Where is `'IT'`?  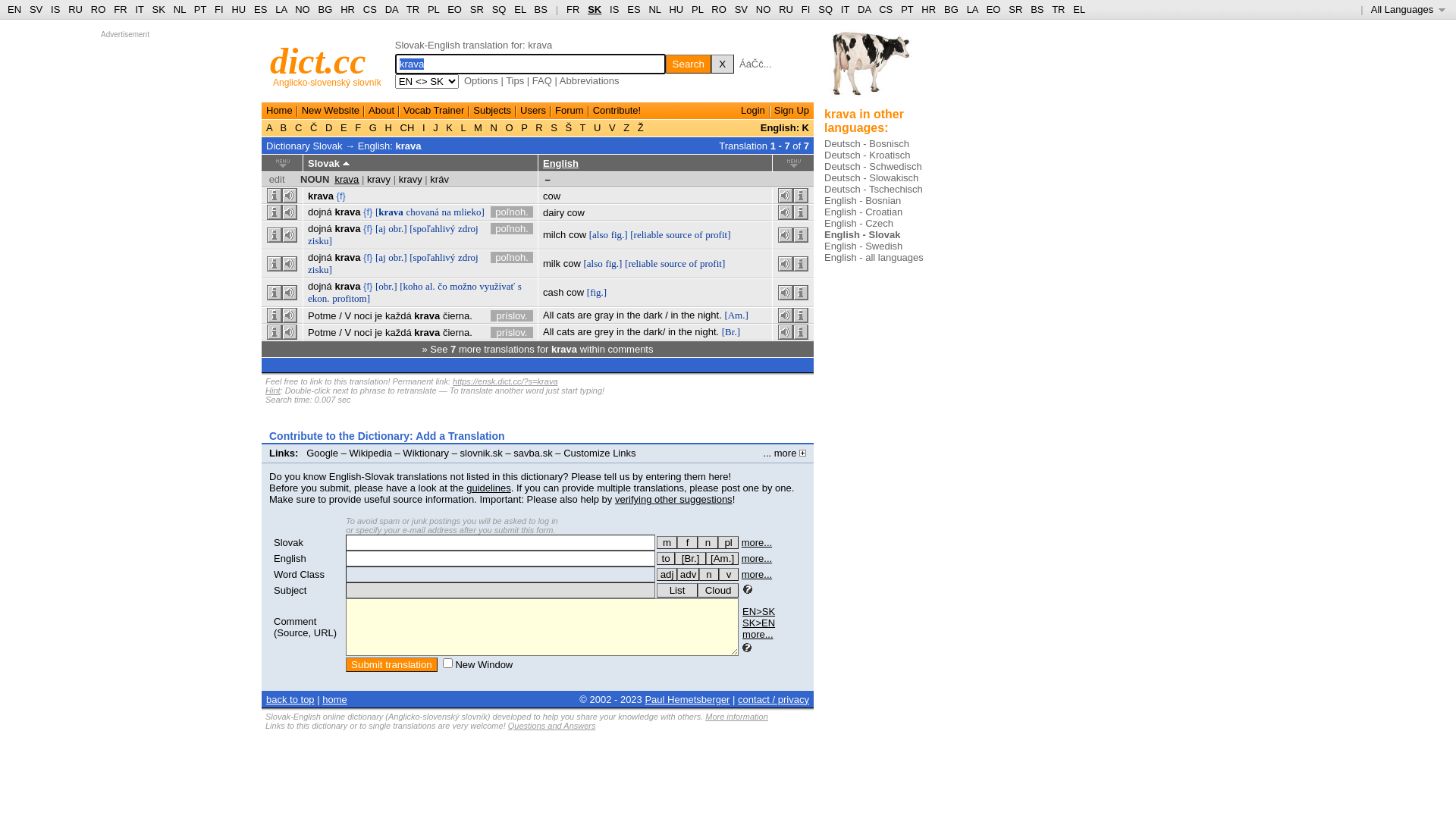 'IT' is located at coordinates (839, 9).